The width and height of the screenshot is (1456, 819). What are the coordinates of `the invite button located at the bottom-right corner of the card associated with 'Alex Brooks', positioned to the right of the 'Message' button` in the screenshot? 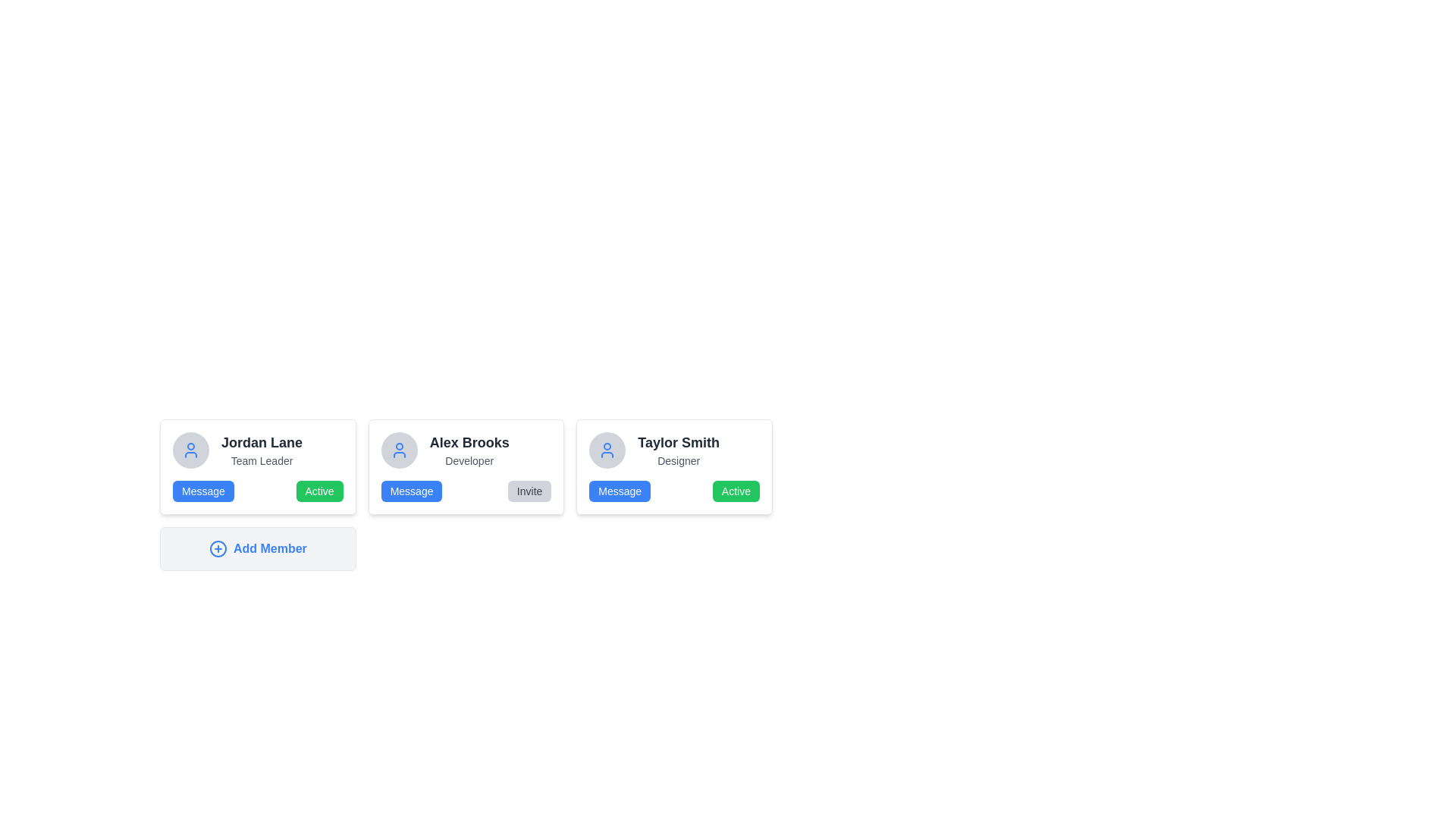 It's located at (529, 491).